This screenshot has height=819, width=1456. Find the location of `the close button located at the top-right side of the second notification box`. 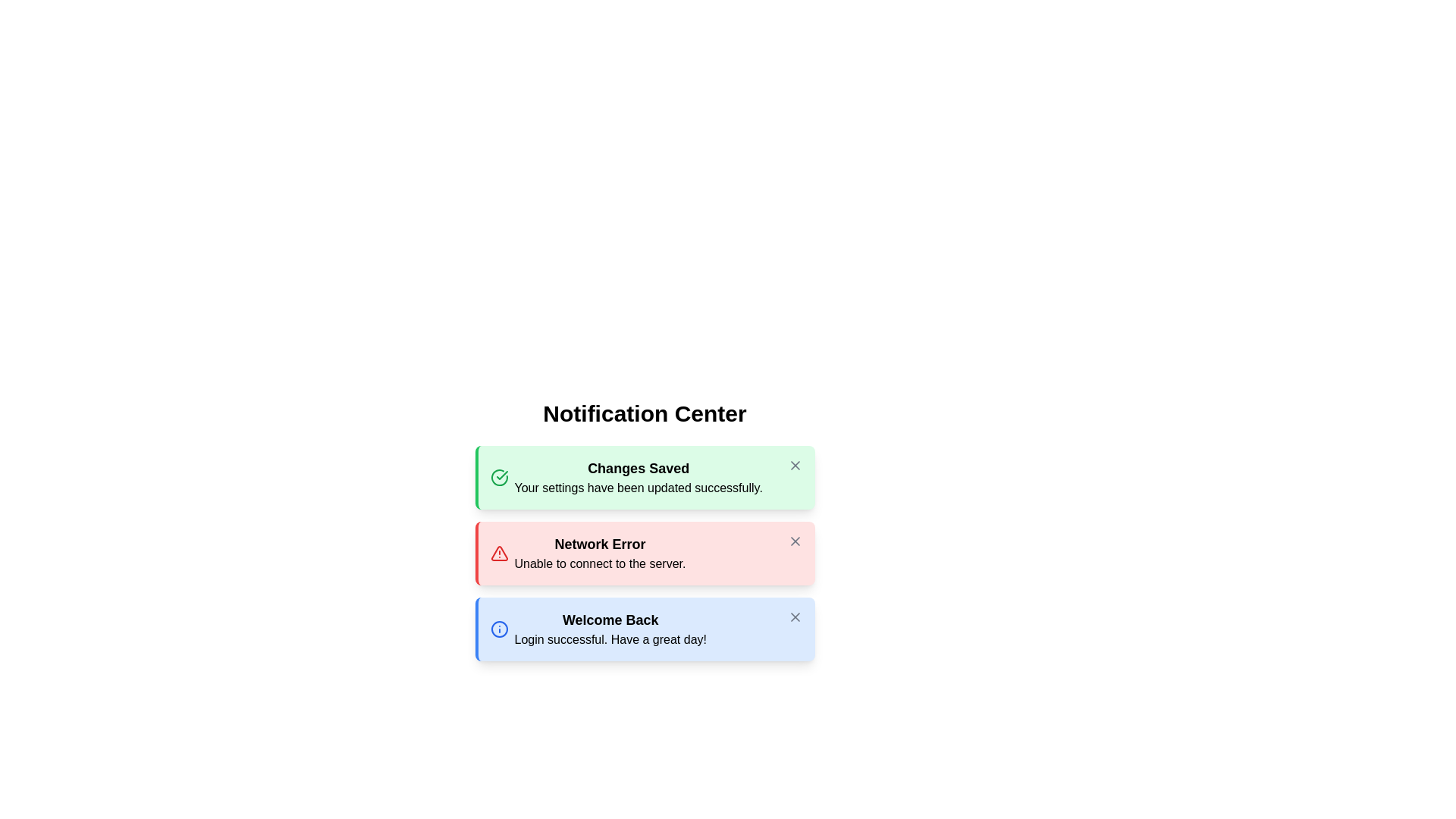

the close button located at the top-right side of the second notification box is located at coordinates (794, 540).